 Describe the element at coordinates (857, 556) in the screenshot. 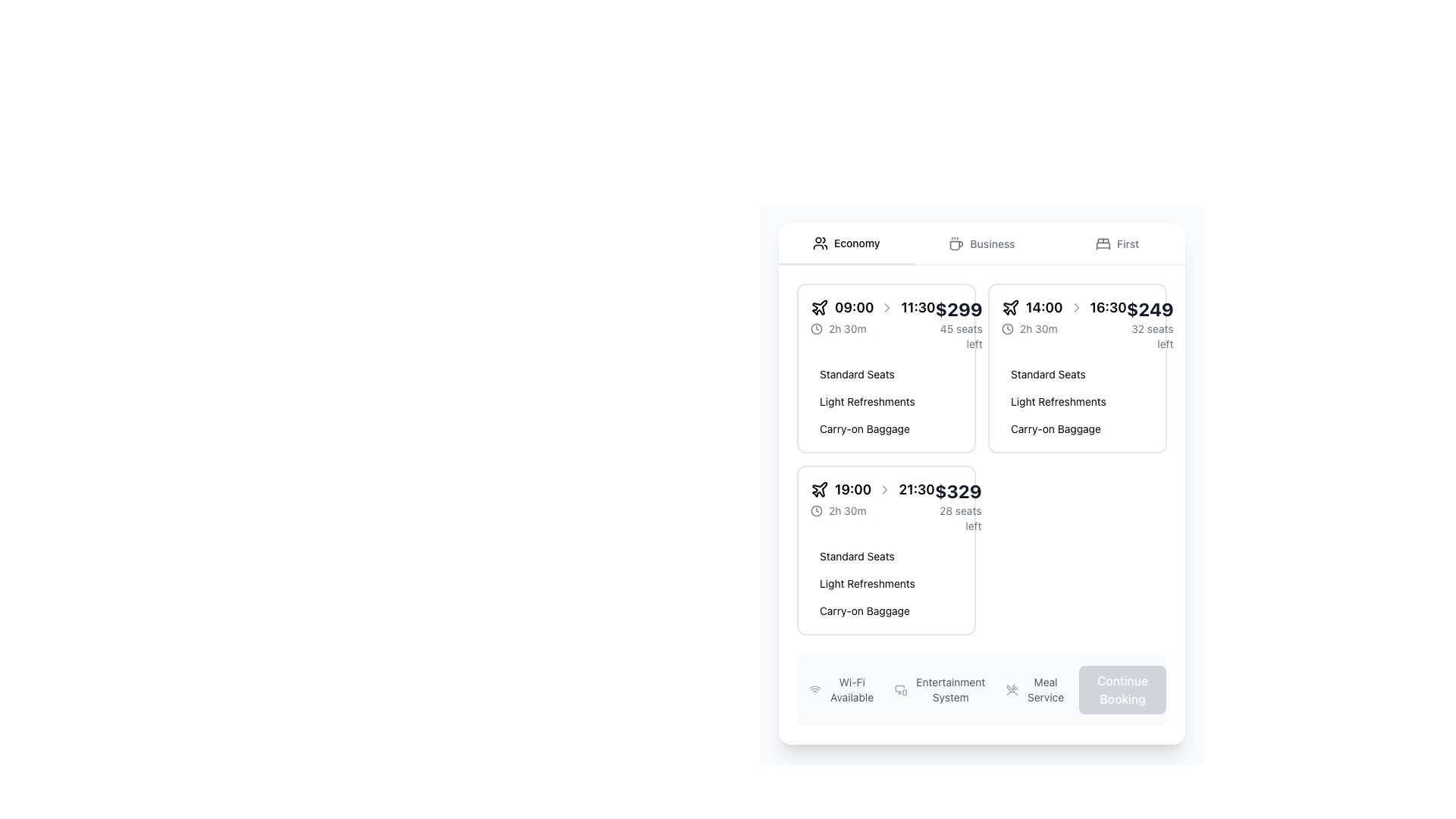

I see `the 'Standard Seats' label, which is the first label in a vertical list of amenities in a flight selection interface` at that location.